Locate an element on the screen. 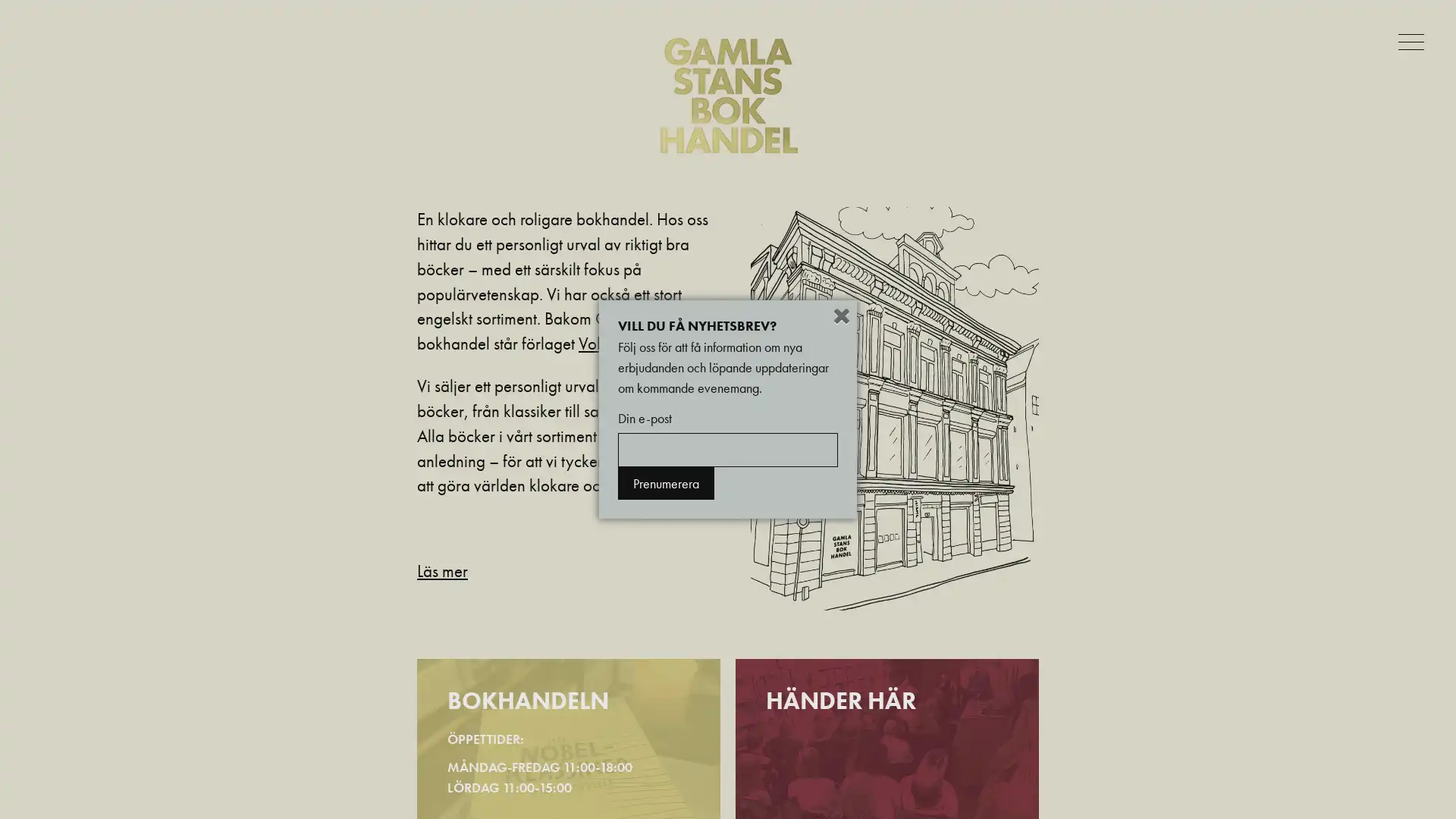 The width and height of the screenshot is (1456, 819). Prenumerera is located at coordinates (666, 483).